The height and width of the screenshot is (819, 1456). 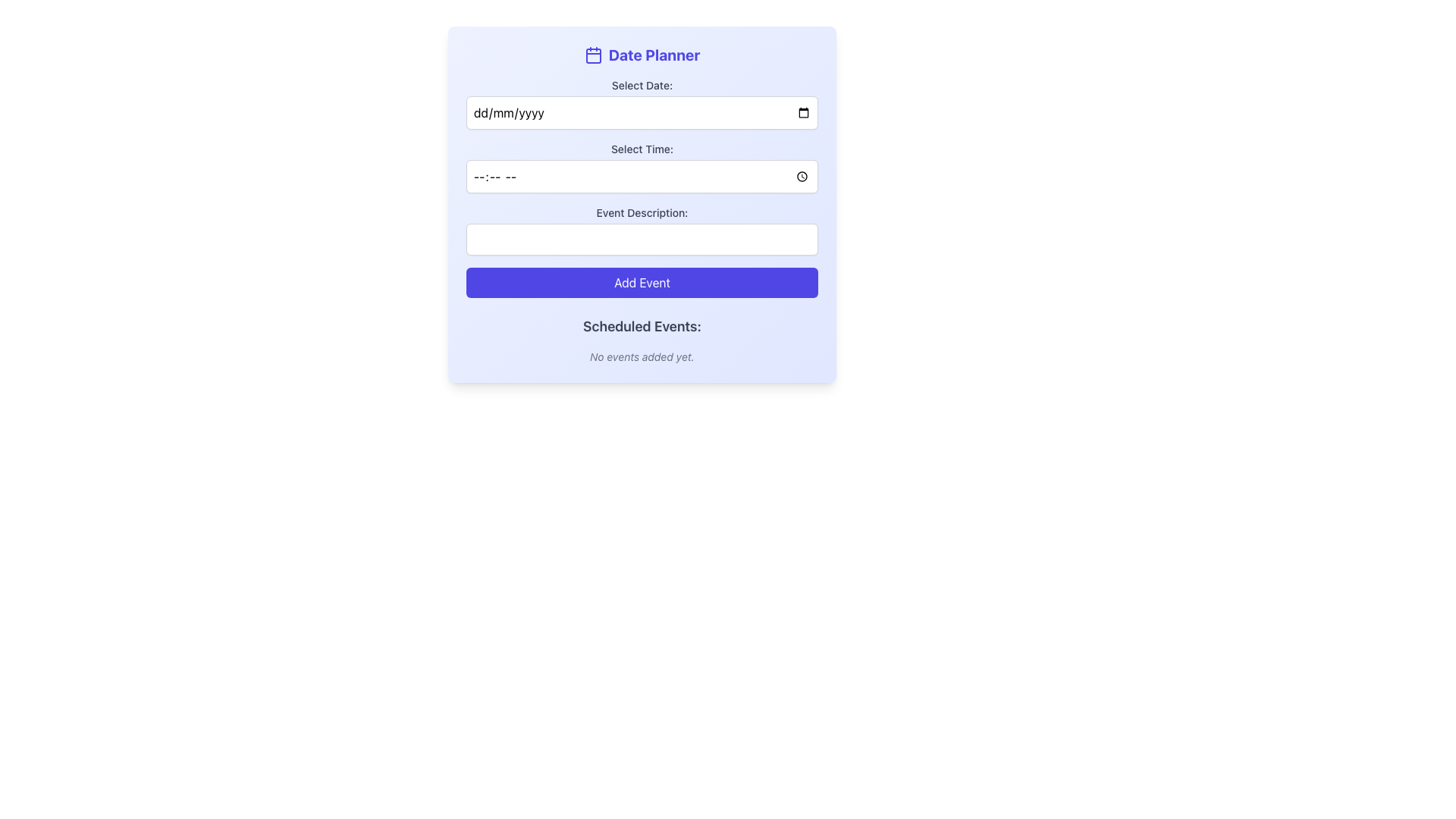 What do you see at coordinates (642, 85) in the screenshot?
I see `the text label reading 'Select Date:' which is styled in gray and located at the top of the form section above the date input field` at bounding box center [642, 85].